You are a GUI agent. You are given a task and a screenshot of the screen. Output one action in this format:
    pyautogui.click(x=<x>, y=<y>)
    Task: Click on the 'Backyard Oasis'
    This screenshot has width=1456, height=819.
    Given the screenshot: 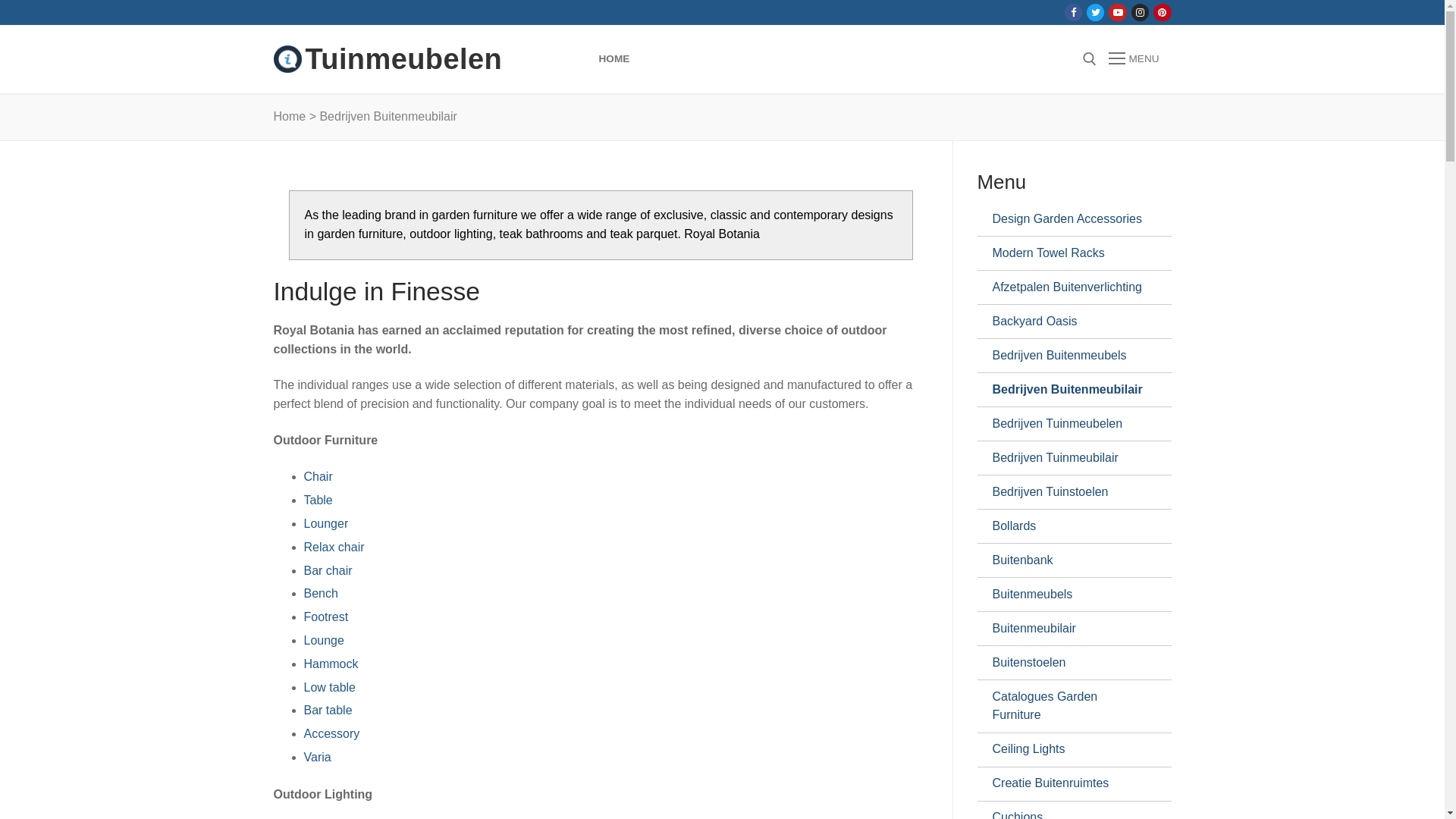 What is the action you would take?
    pyautogui.click(x=1066, y=321)
    